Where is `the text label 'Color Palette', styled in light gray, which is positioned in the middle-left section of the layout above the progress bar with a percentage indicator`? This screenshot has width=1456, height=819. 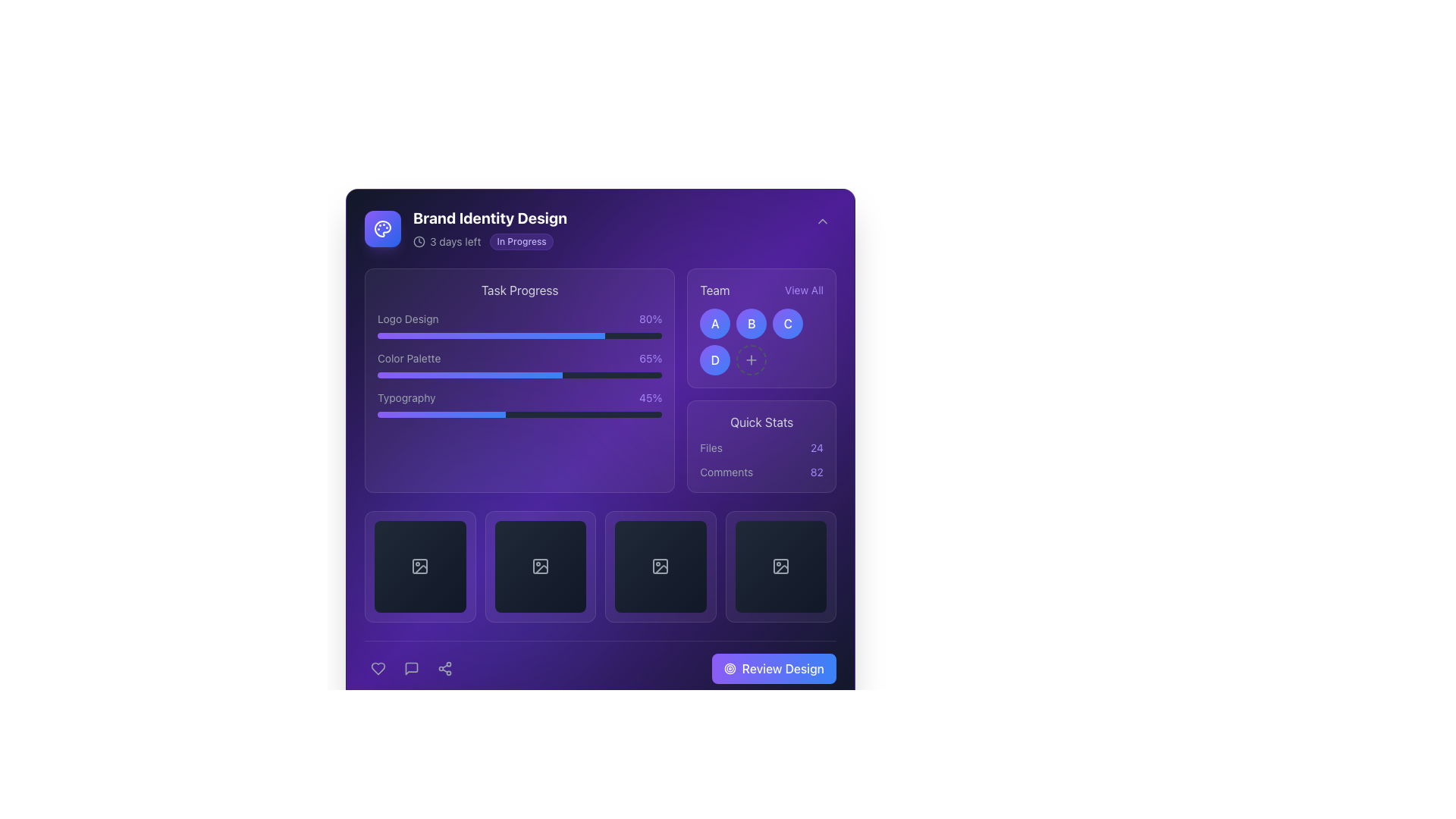 the text label 'Color Palette', styled in light gray, which is positioned in the middle-left section of the layout above the progress bar with a percentage indicator is located at coordinates (409, 359).